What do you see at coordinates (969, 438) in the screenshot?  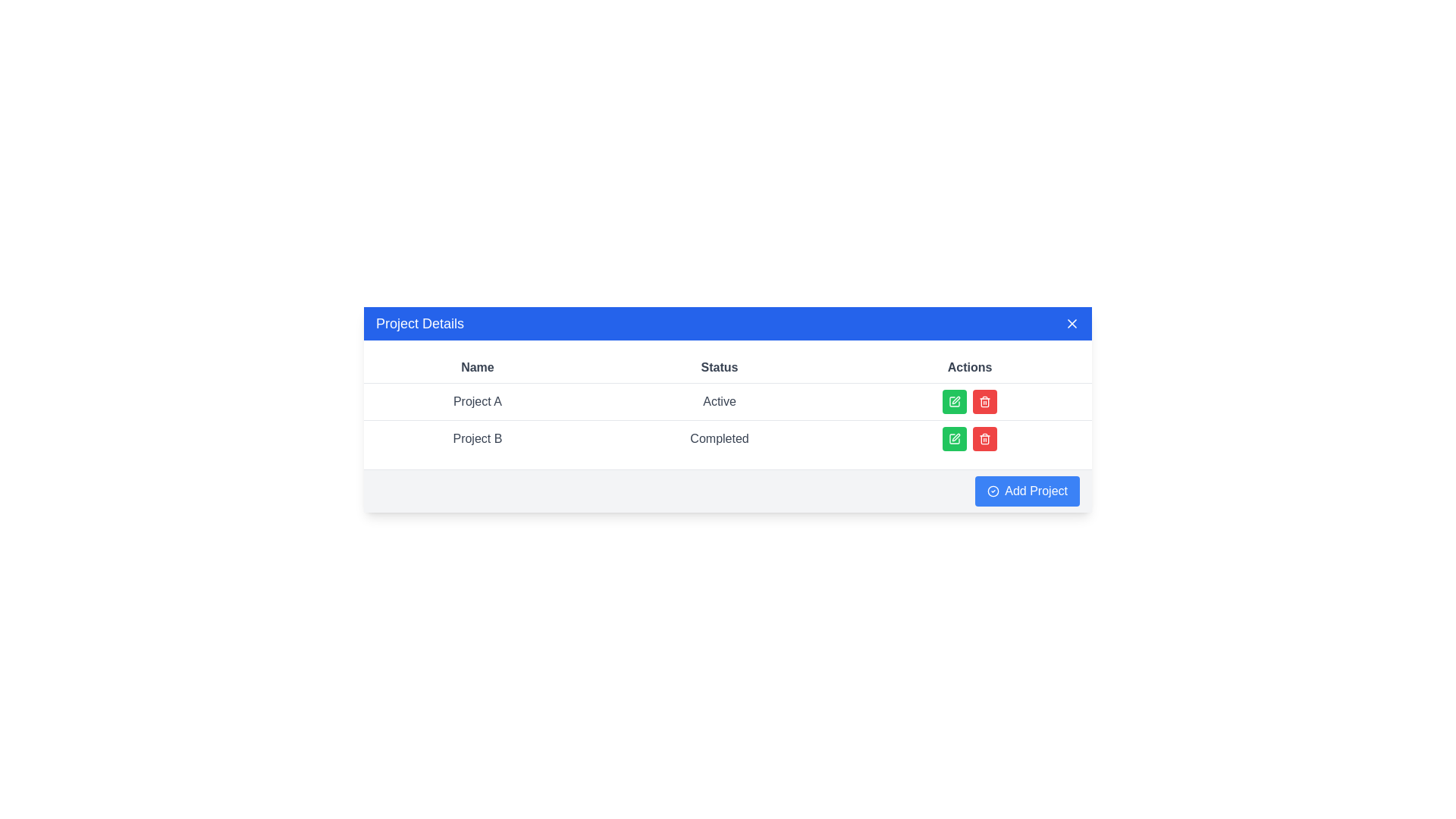 I see `the Action Button Group containing the green edit button and the red delete button located in the bottom row of the table under the 'Actions' column for 'Project B' to get visual feedback` at bounding box center [969, 438].